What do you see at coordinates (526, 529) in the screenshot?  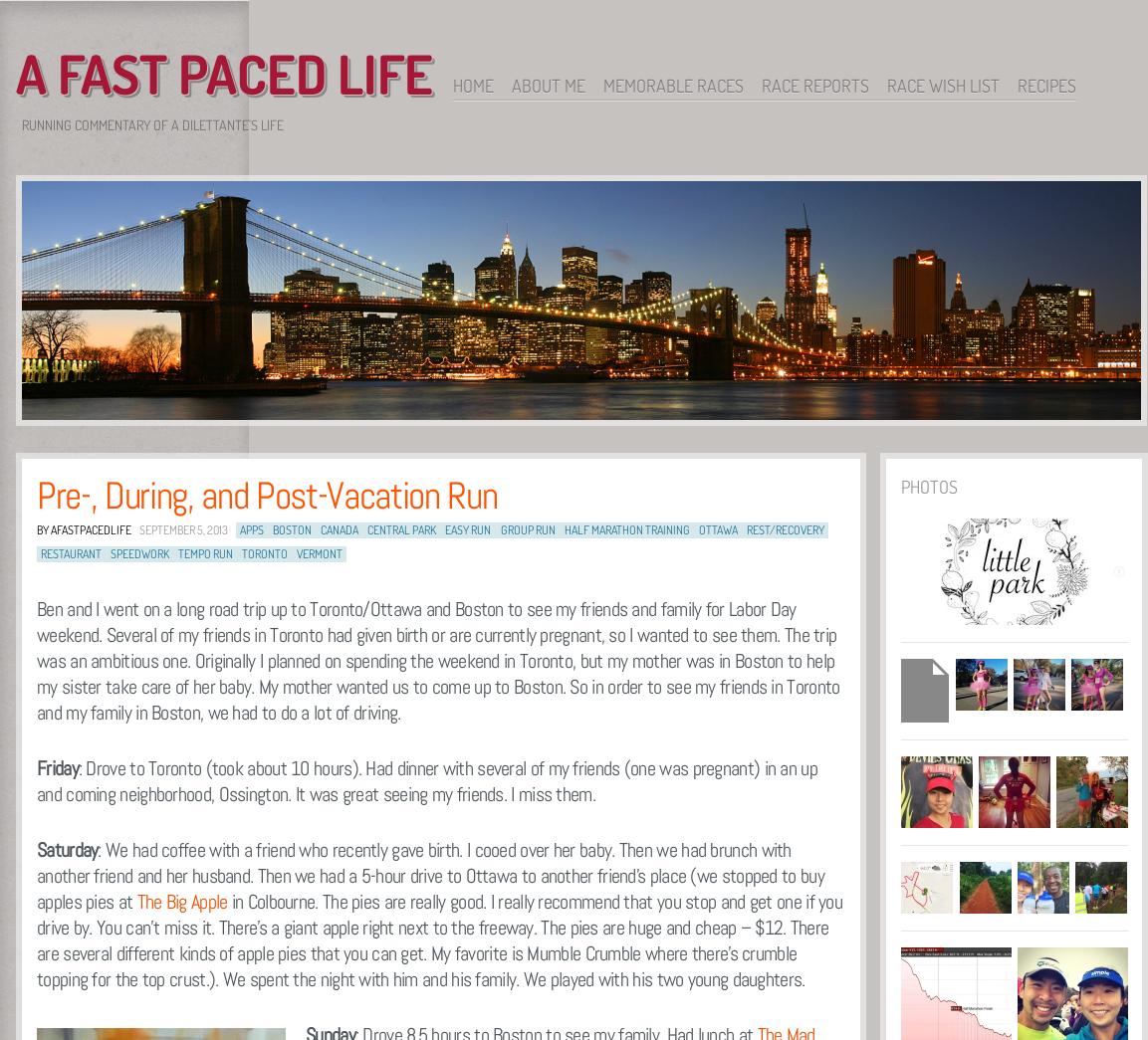 I see `'group run'` at bounding box center [526, 529].